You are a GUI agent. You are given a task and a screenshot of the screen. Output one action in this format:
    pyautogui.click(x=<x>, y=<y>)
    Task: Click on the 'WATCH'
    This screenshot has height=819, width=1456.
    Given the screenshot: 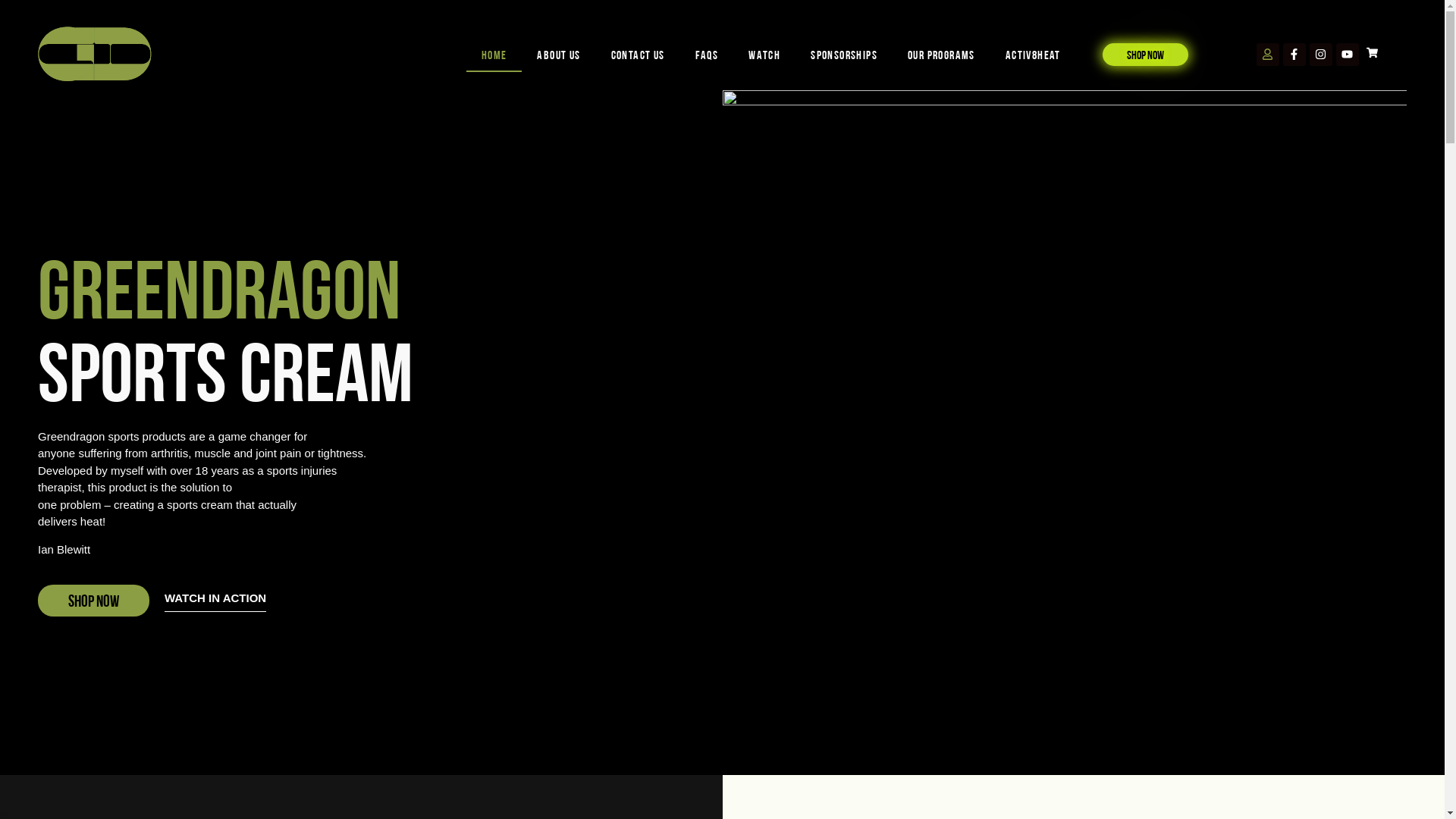 What is the action you would take?
    pyautogui.click(x=733, y=52)
    